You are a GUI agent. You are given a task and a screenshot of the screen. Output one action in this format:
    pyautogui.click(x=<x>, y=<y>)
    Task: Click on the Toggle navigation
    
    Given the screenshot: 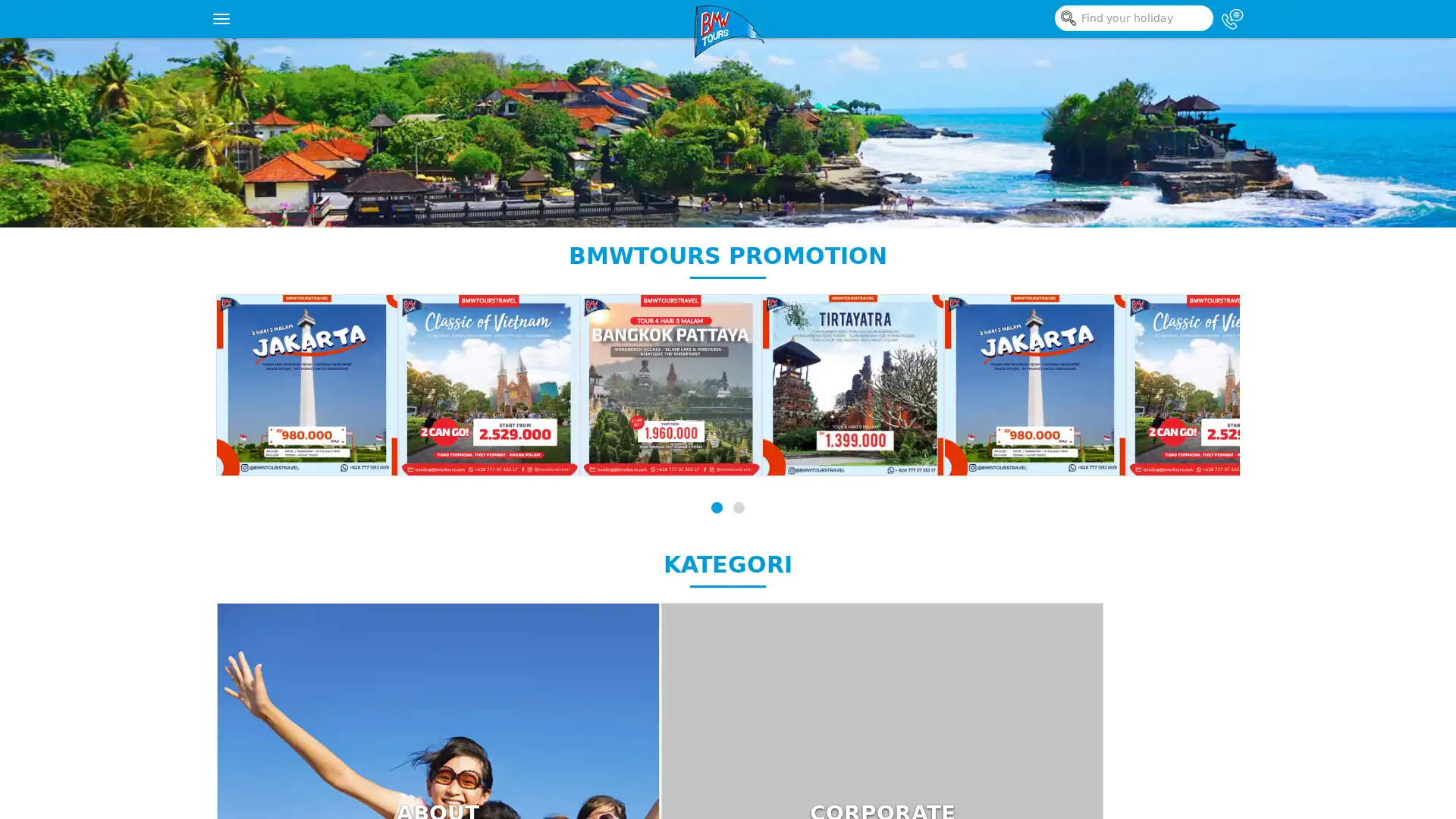 What is the action you would take?
    pyautogui.click(x=221, y=18)
    